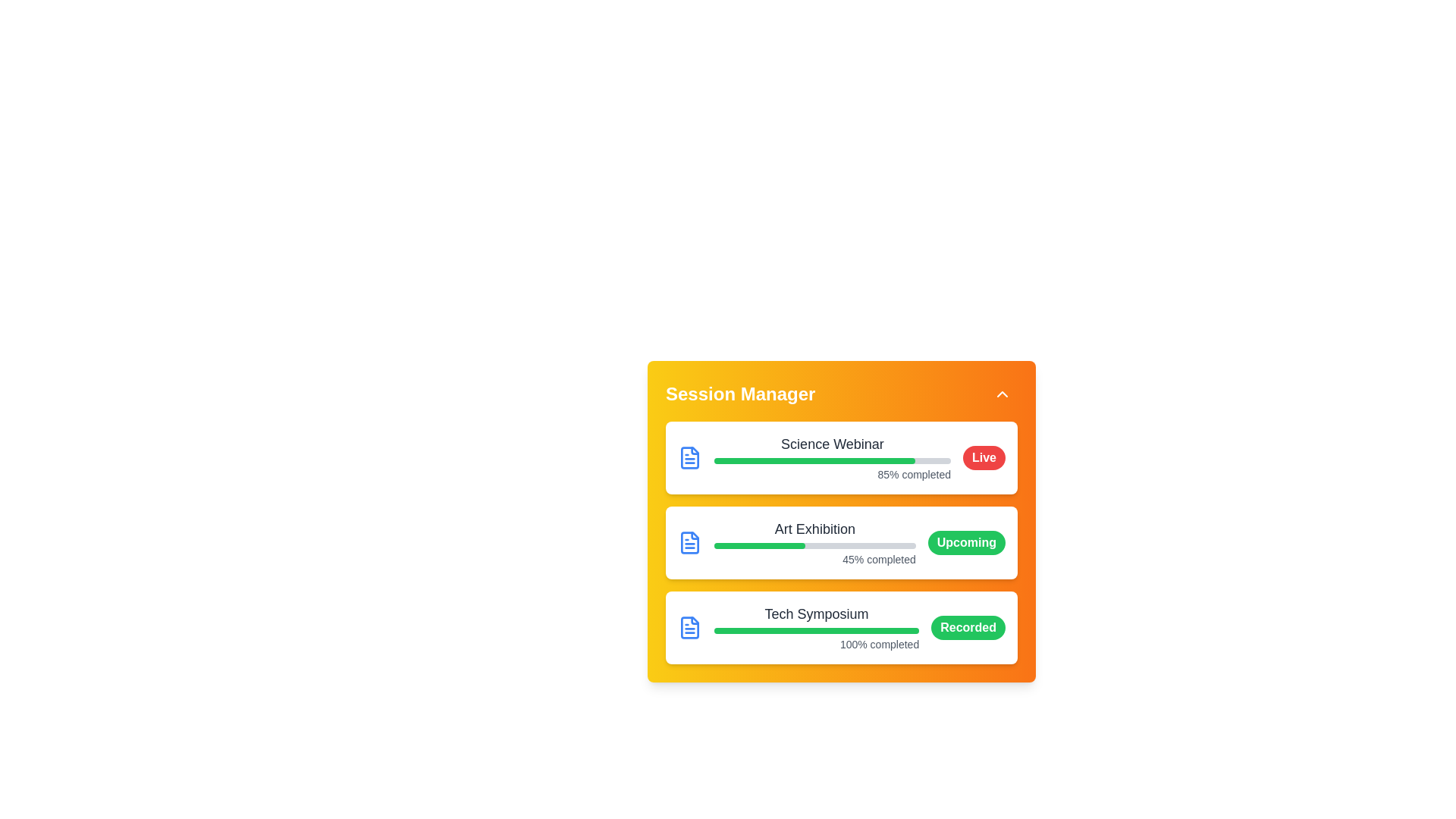  Describe the element at coordinates (689, 542) in the screenshot. I see `the 'Art Exhibition' icon, which serves as a visual identifier for the entry and is located to the left of the text label 'Art Exhibition'` at that location.